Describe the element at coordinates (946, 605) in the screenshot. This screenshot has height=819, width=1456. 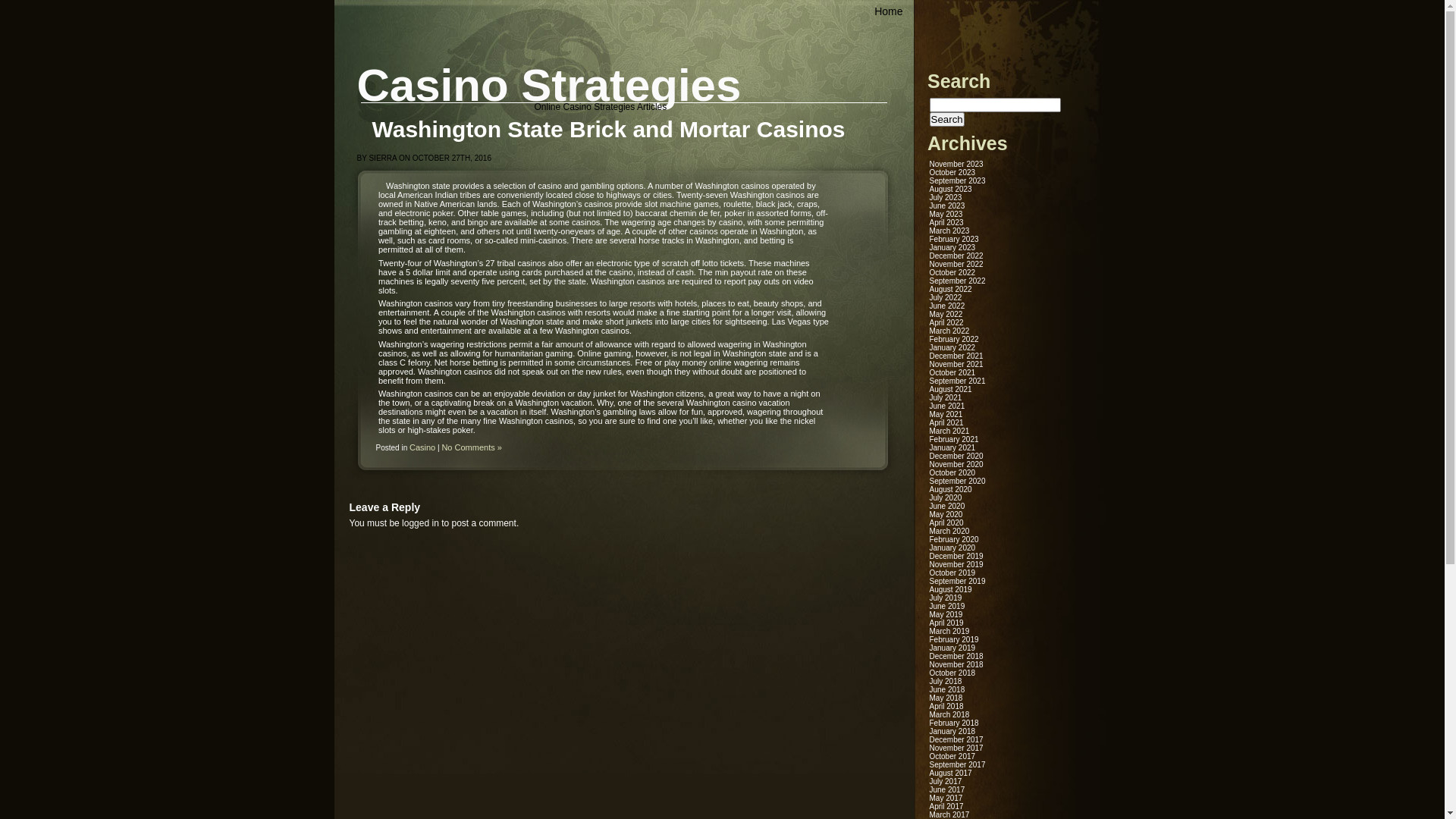
I see `'June 2019'` at that location.